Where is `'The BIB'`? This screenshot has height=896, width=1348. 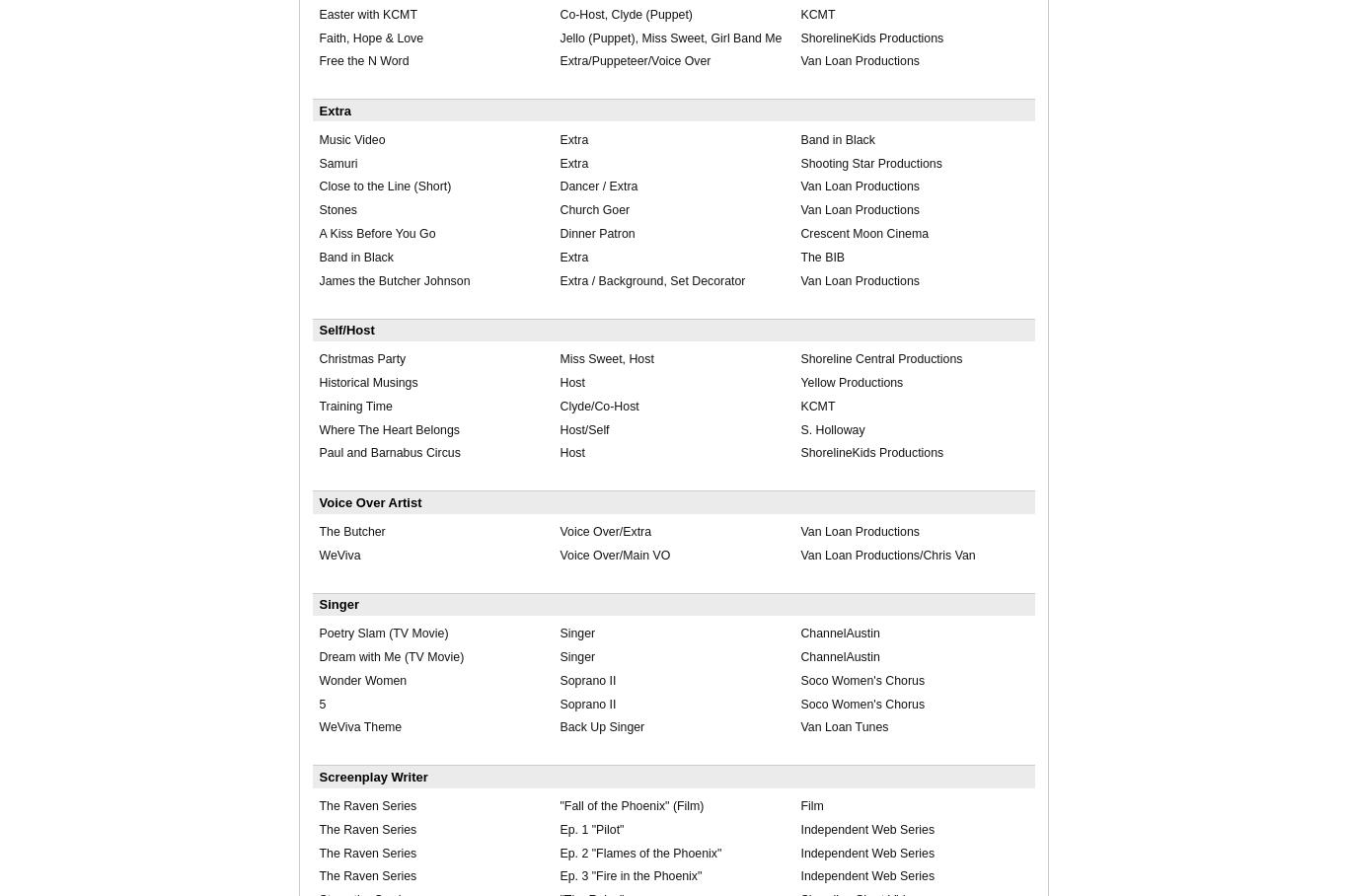
'The BIB' is located at coordinates (798, 255).